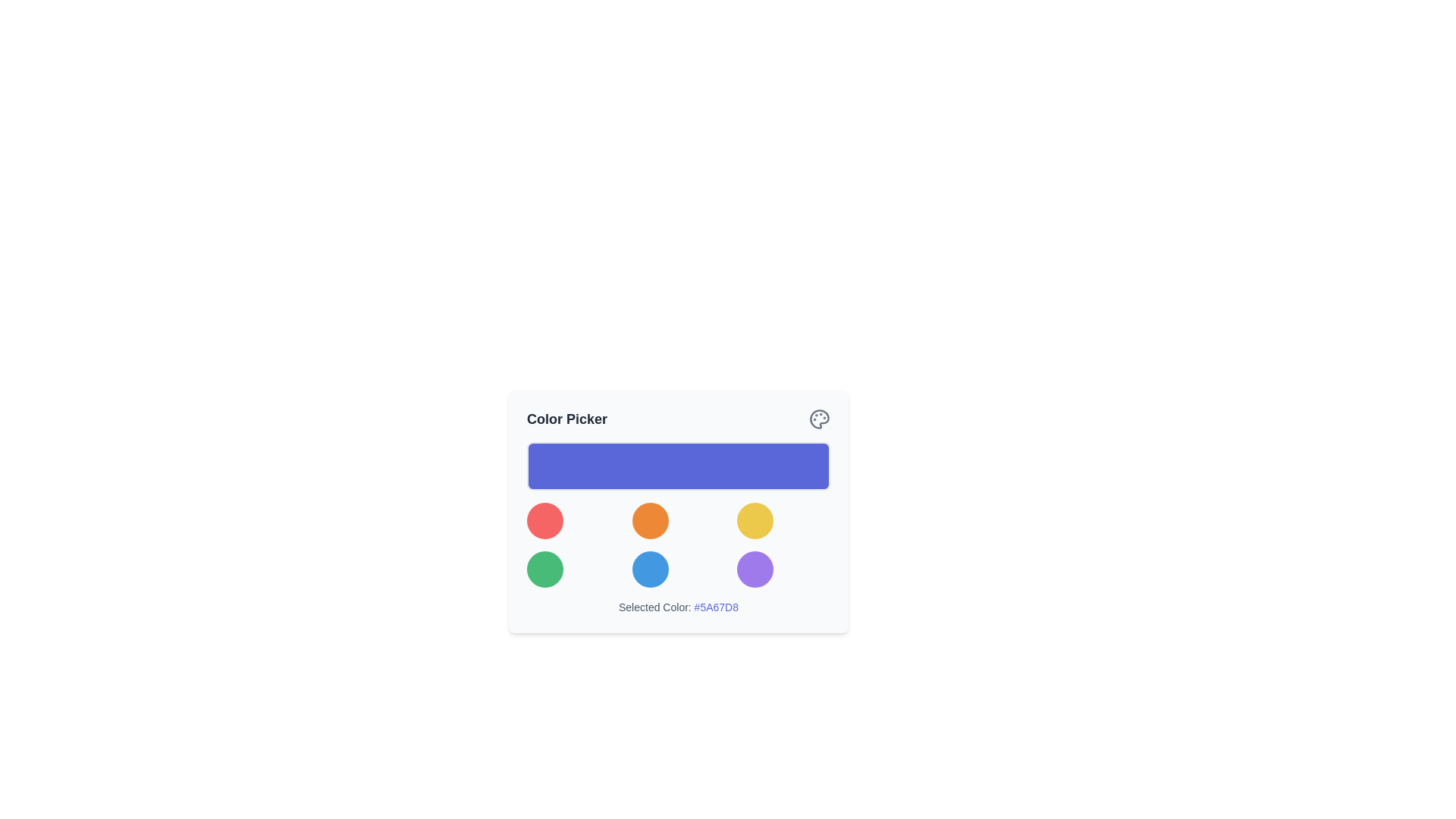  Describe the element at coordinates (818, 419) in the screenshot. I see `the color selection icon` at that location.